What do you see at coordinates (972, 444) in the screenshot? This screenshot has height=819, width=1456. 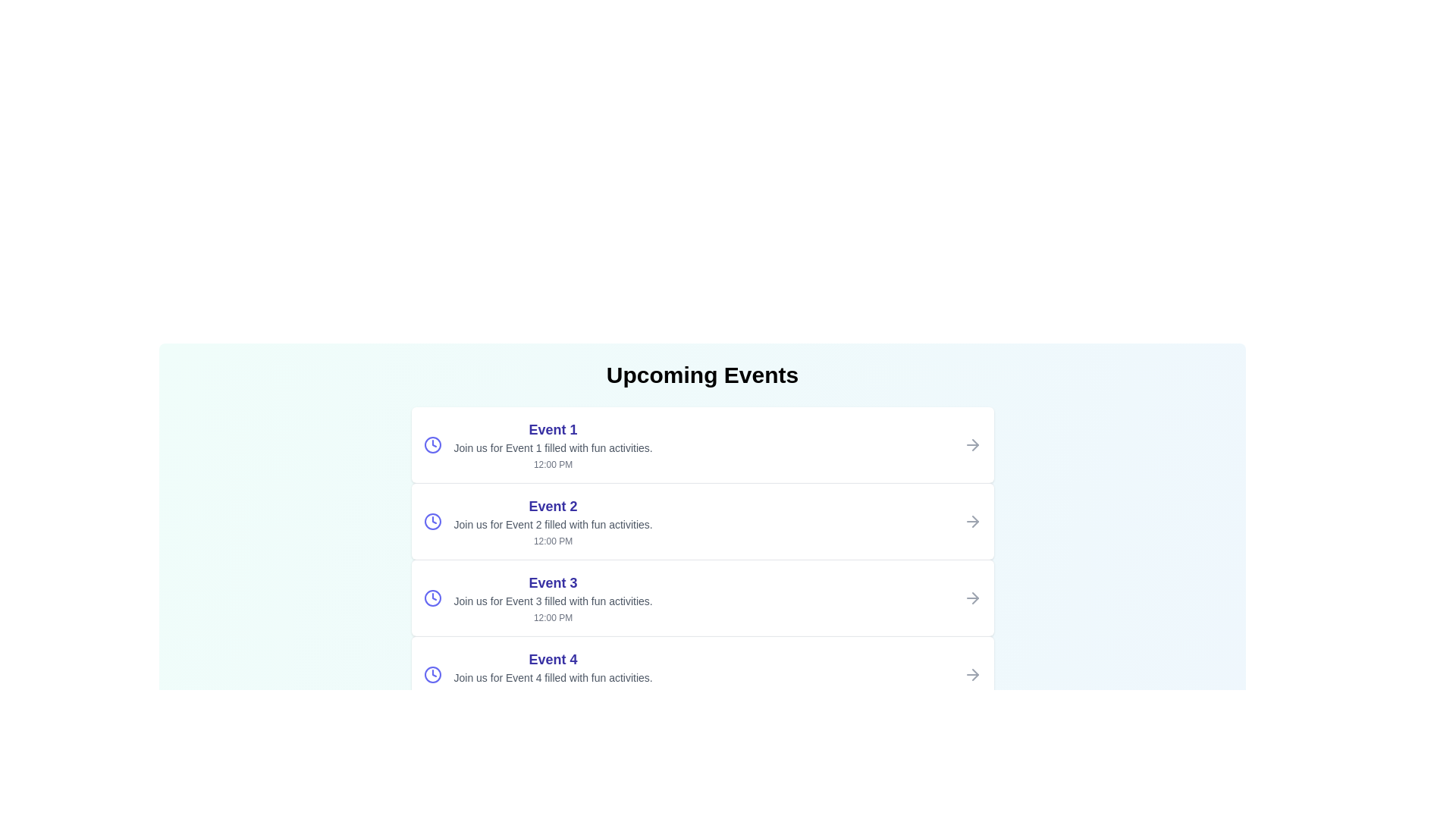 I see `the arrow icon next to the event to navigate to its details` at bounding box center [972, 444].